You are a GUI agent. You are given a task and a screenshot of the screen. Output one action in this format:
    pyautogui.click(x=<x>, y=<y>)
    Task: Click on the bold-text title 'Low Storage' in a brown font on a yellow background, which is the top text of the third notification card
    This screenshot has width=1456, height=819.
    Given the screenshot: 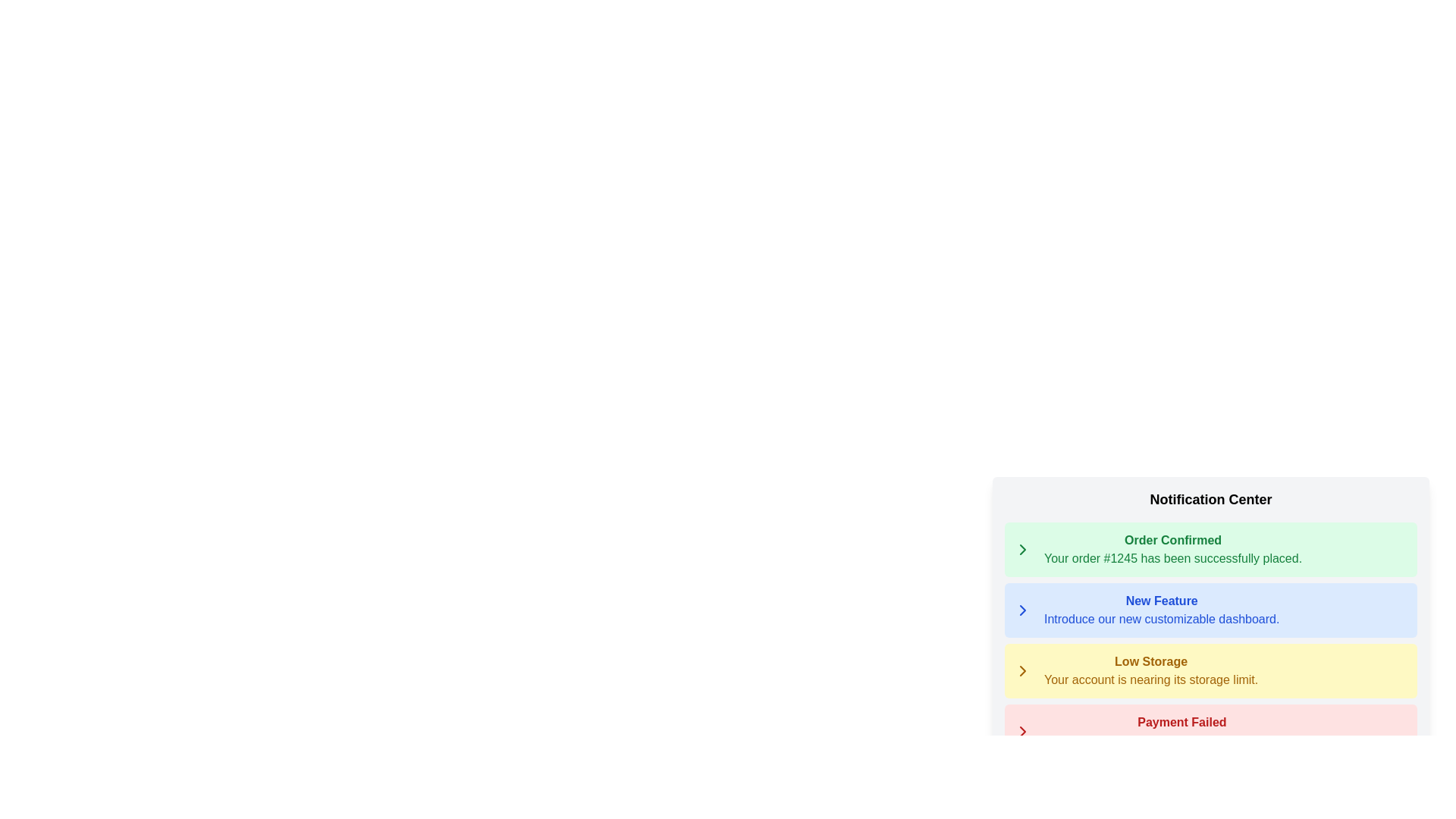 What is the action you would take?
    pyautogui.click(x=1151, y=661)
    